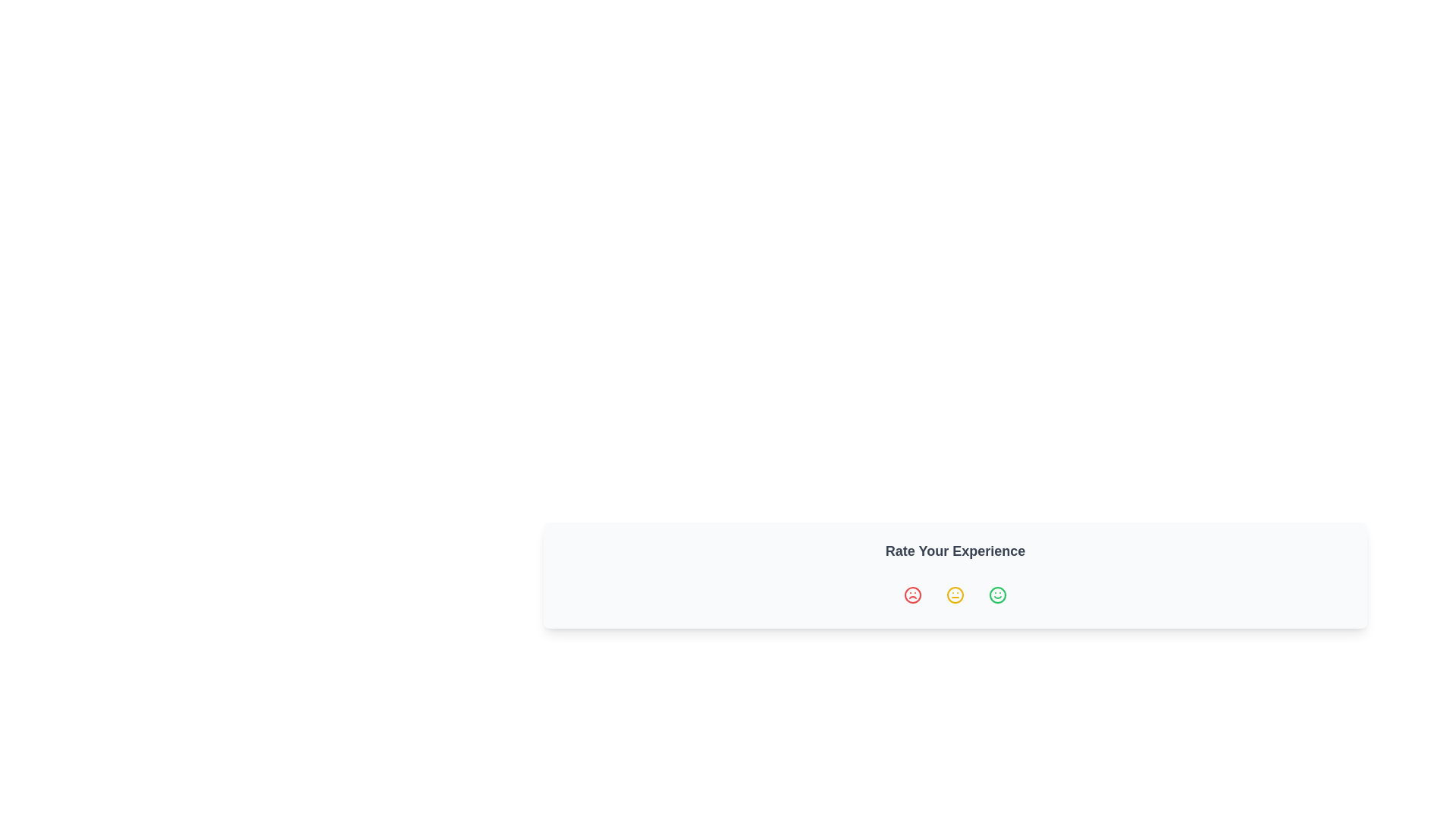 Image resolution: width=1456 pixels, height=819 pixels. I want to click on the 'Very Unsatisfied' icon button using keyboard navigation, so click(912, 595).